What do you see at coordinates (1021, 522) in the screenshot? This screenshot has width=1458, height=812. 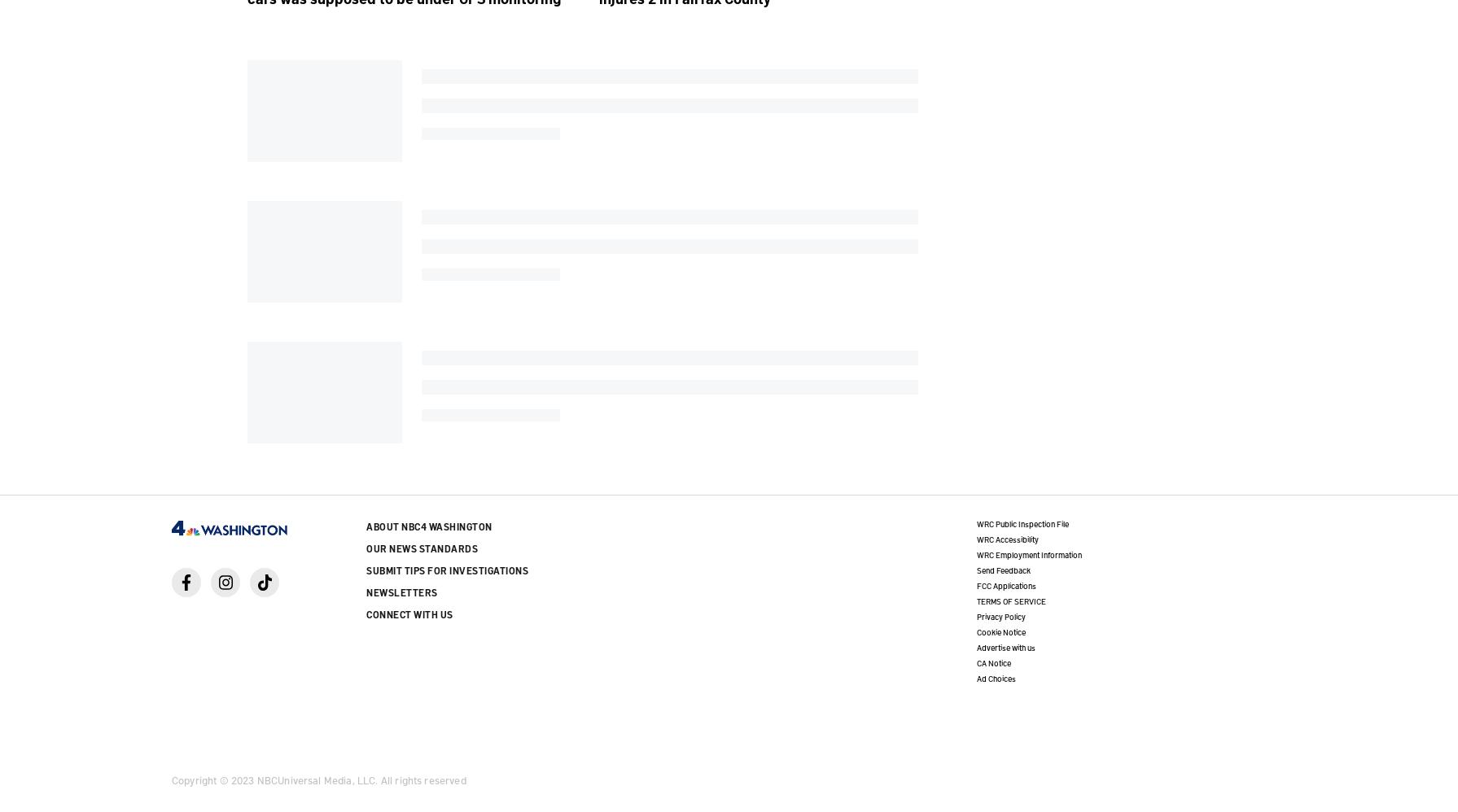 I see `'WRC Public Inspection File'` at bounding box center [1021, 522].